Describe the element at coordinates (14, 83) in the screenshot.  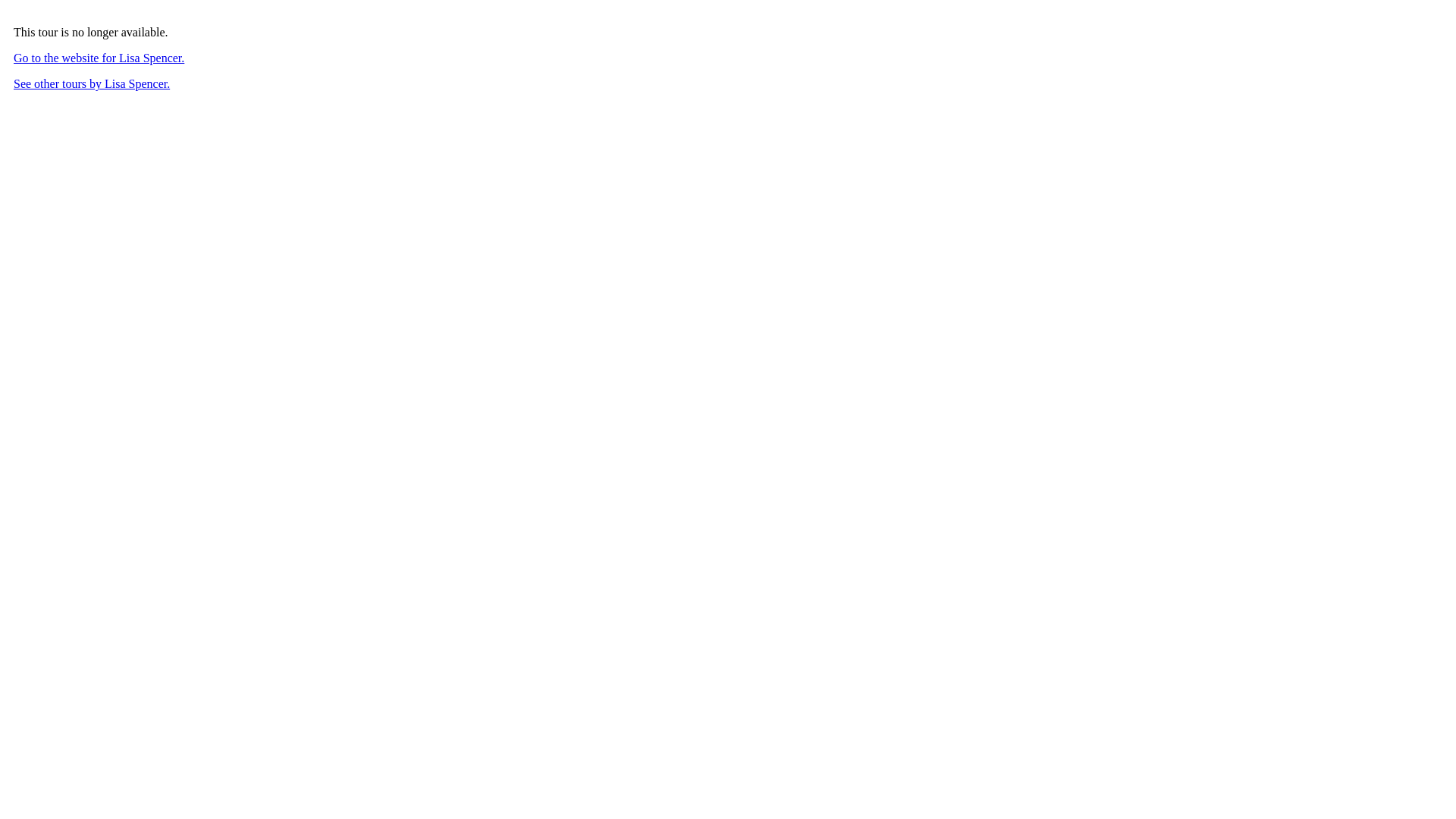
I see `'See other tours by Lisa Spencer.'` at that location.